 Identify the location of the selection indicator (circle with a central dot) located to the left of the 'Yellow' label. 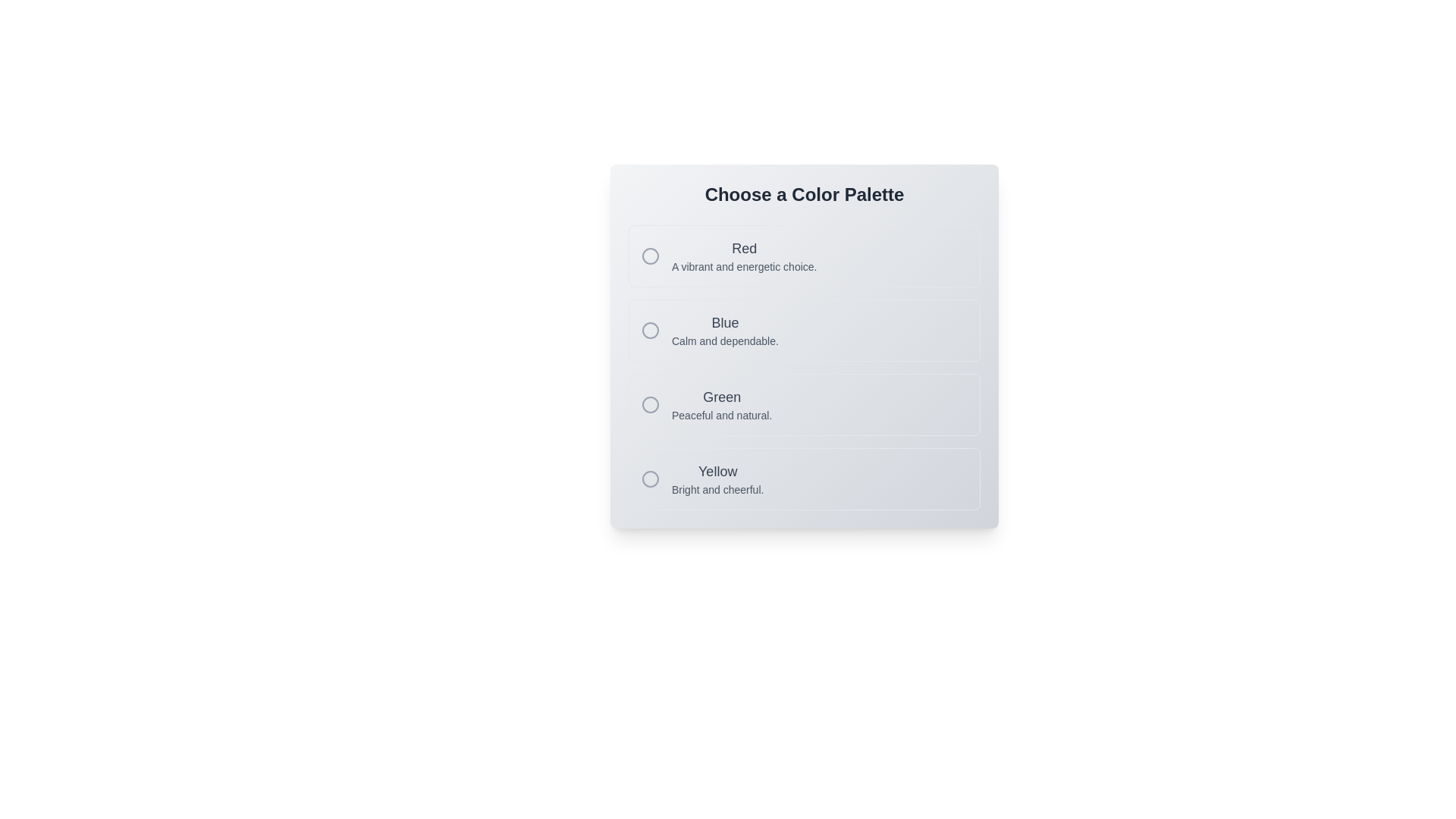
(651, 479).